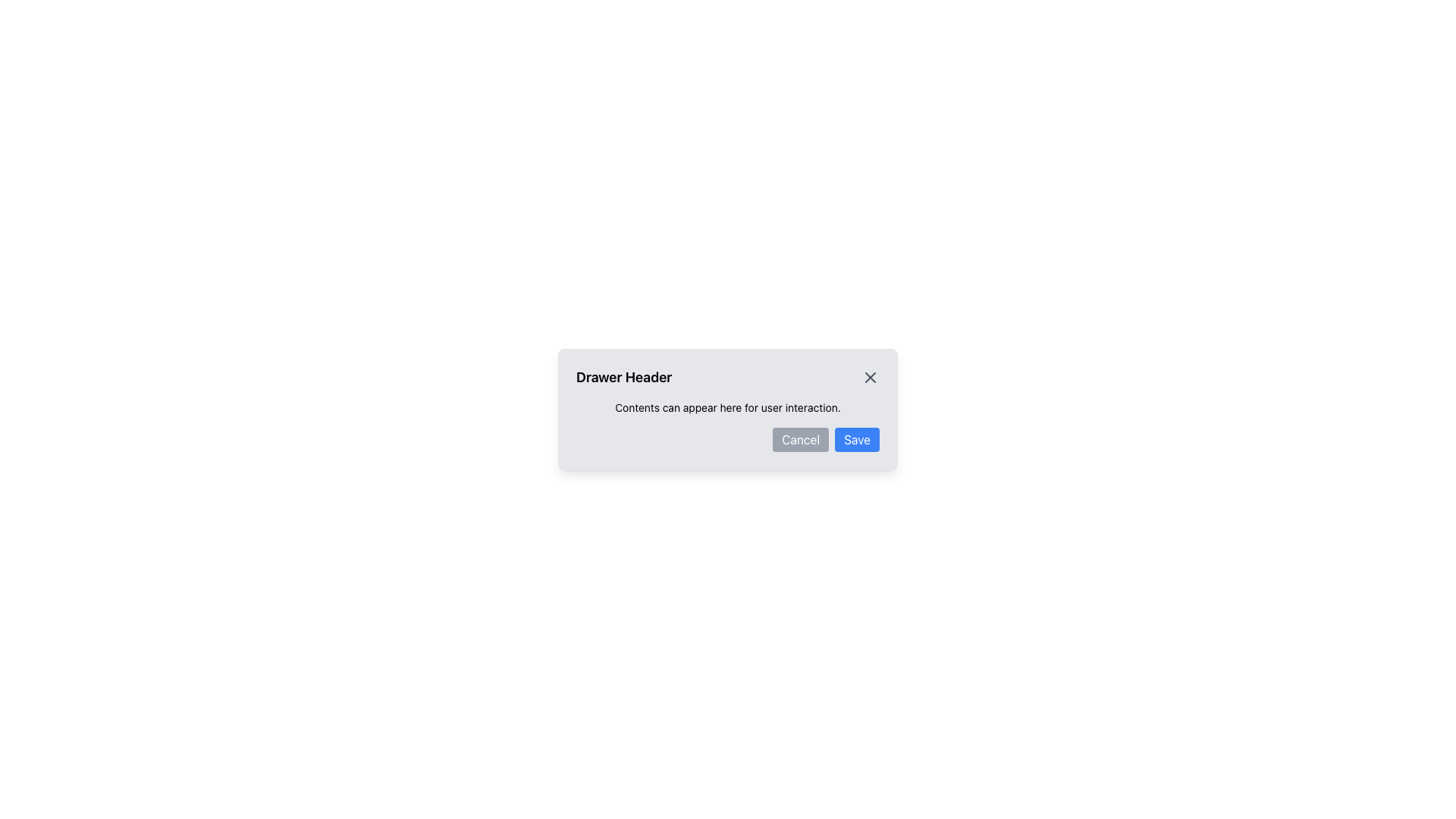  I want to click on the 'Cancel' button, which is a rectangular button with rounded corners located in the bottom right corner of the dialog box, so click(800, 439).